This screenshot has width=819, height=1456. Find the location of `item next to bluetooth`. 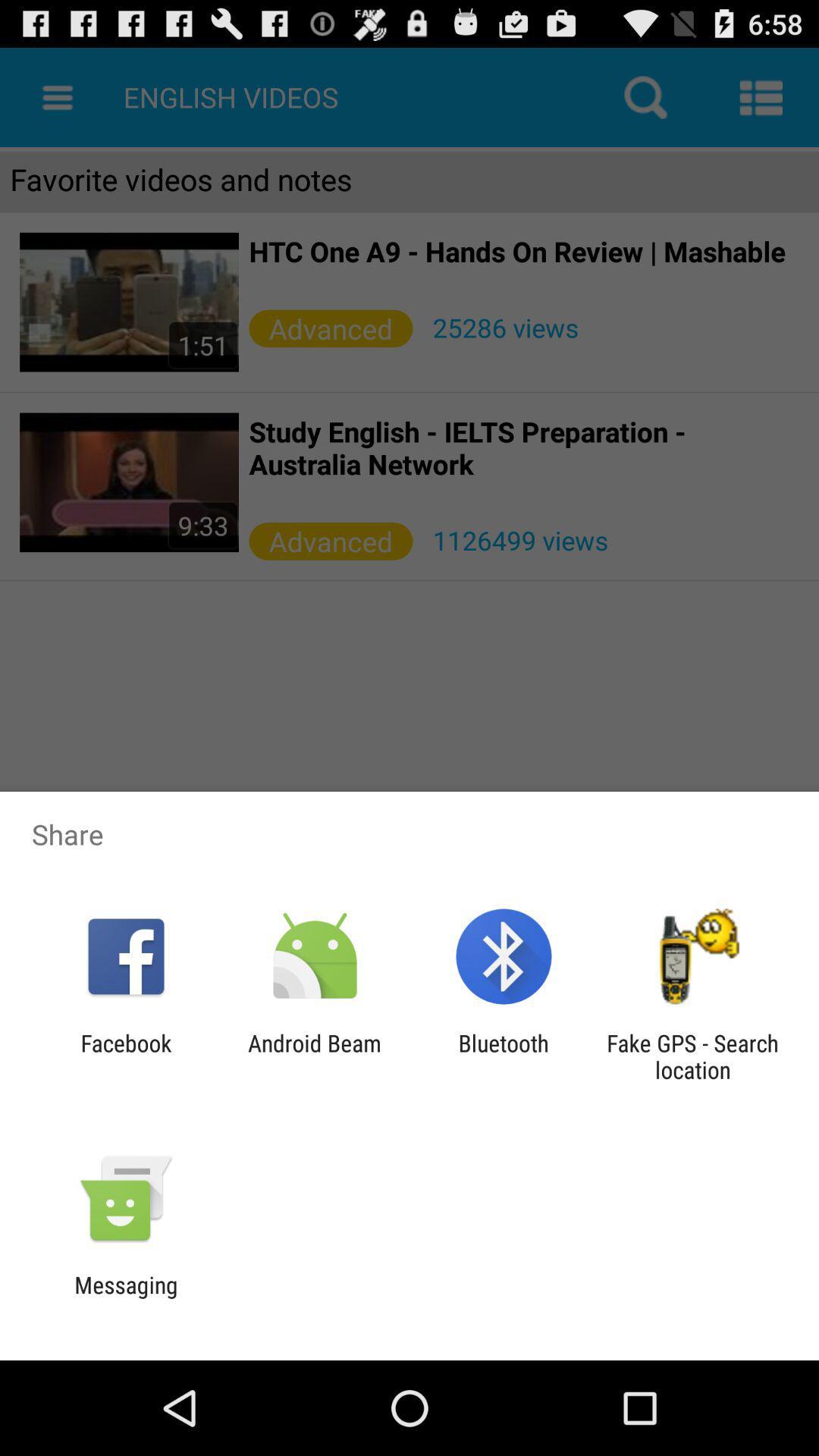

item next to bluetooth is located at coordinates (314, 1056).